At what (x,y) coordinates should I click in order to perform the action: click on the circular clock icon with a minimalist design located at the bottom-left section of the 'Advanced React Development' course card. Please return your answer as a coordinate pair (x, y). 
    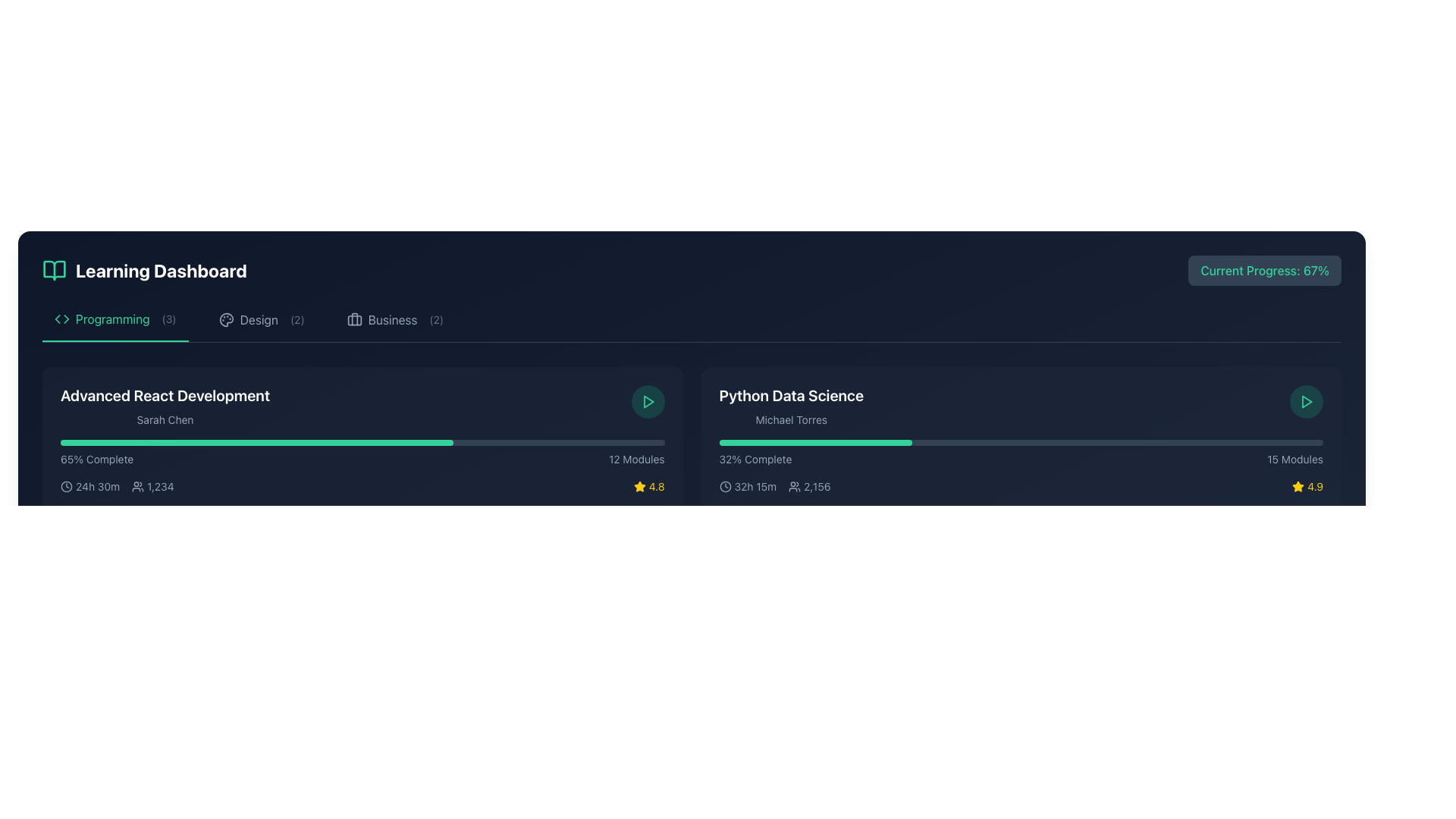
    Looking at the image, I should click on (65, 486).